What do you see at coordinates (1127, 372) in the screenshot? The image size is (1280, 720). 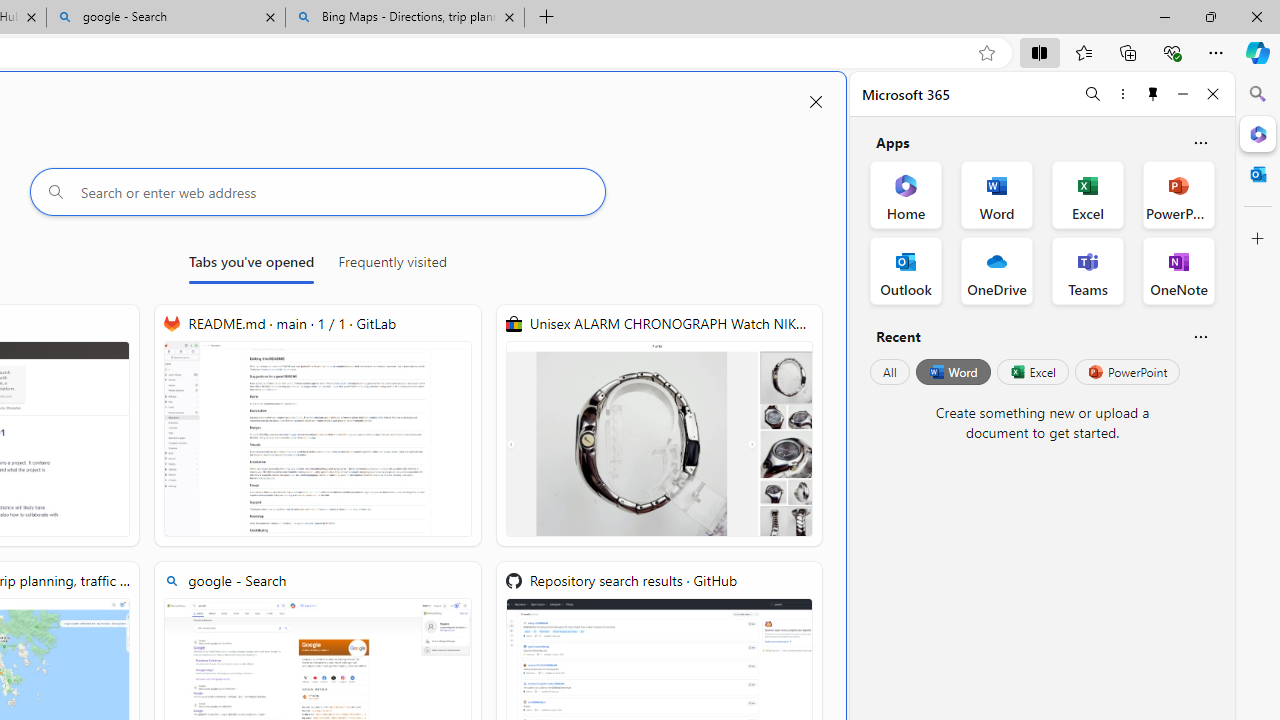 I see `'PowerPoint'` at bounding box center [1127, 372].